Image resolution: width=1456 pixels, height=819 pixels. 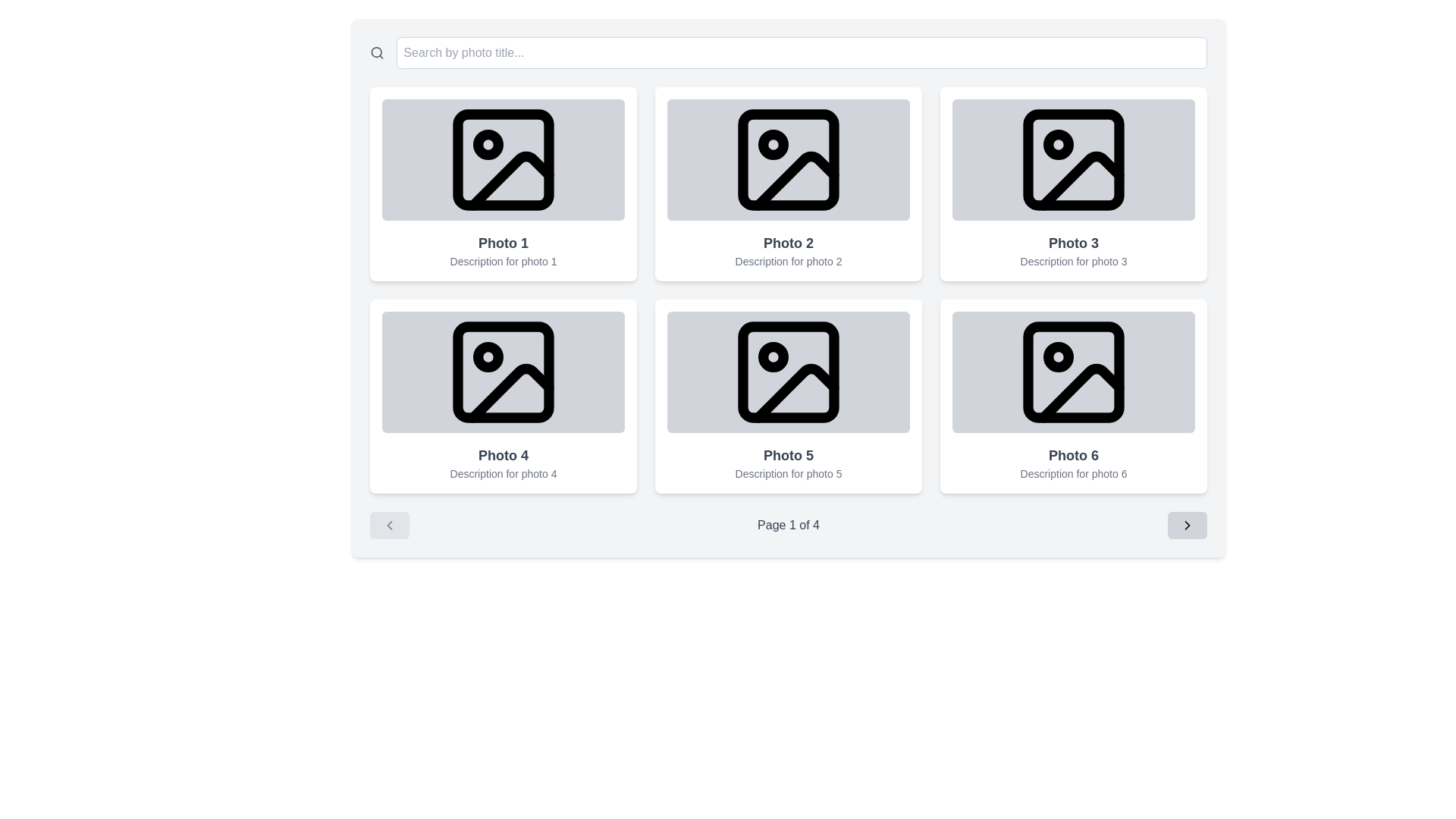 I want to click on the right-pointing chevron icon located in the bottom-right corner of the main interface, so click(x=1186, y=525).